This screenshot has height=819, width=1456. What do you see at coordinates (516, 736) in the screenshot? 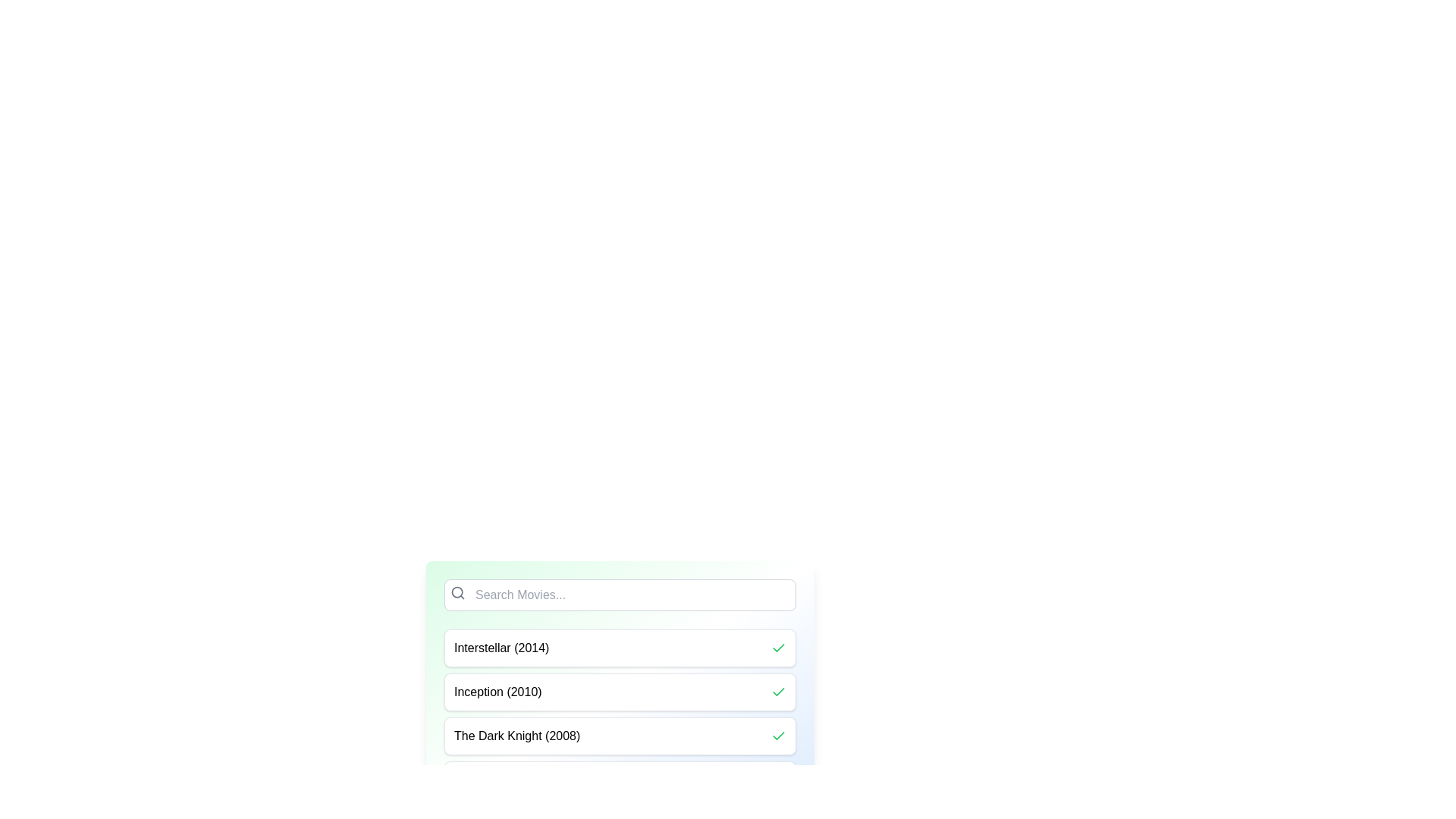
I see `the text label displaying the movie title 'The Dark Knight (2008)' to indicate selection` at bounding box center [516, 736].